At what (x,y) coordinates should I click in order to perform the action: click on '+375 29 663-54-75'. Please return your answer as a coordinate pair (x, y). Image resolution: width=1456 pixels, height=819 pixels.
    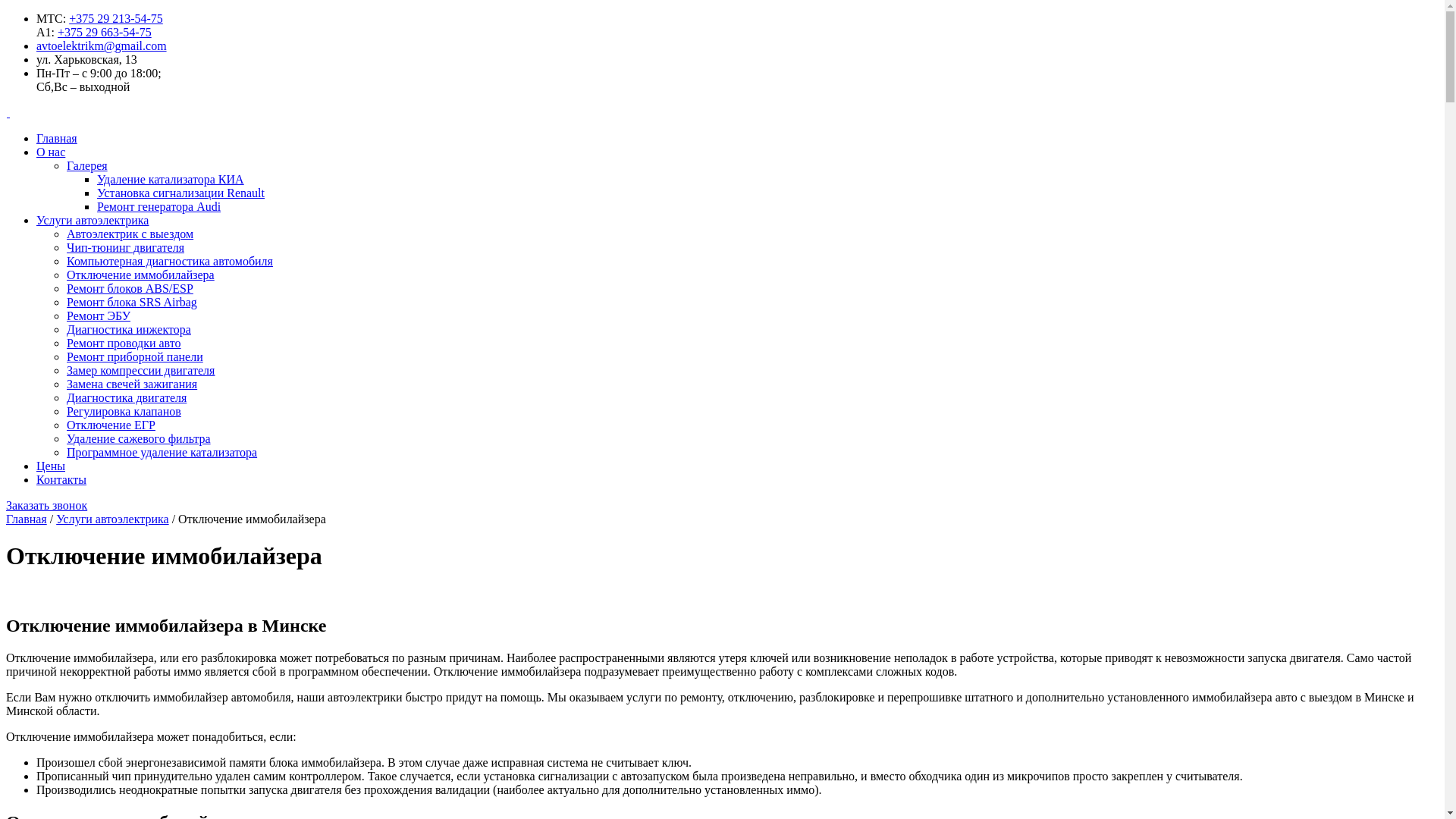
    Looking at the image, I should click on (104, 32).